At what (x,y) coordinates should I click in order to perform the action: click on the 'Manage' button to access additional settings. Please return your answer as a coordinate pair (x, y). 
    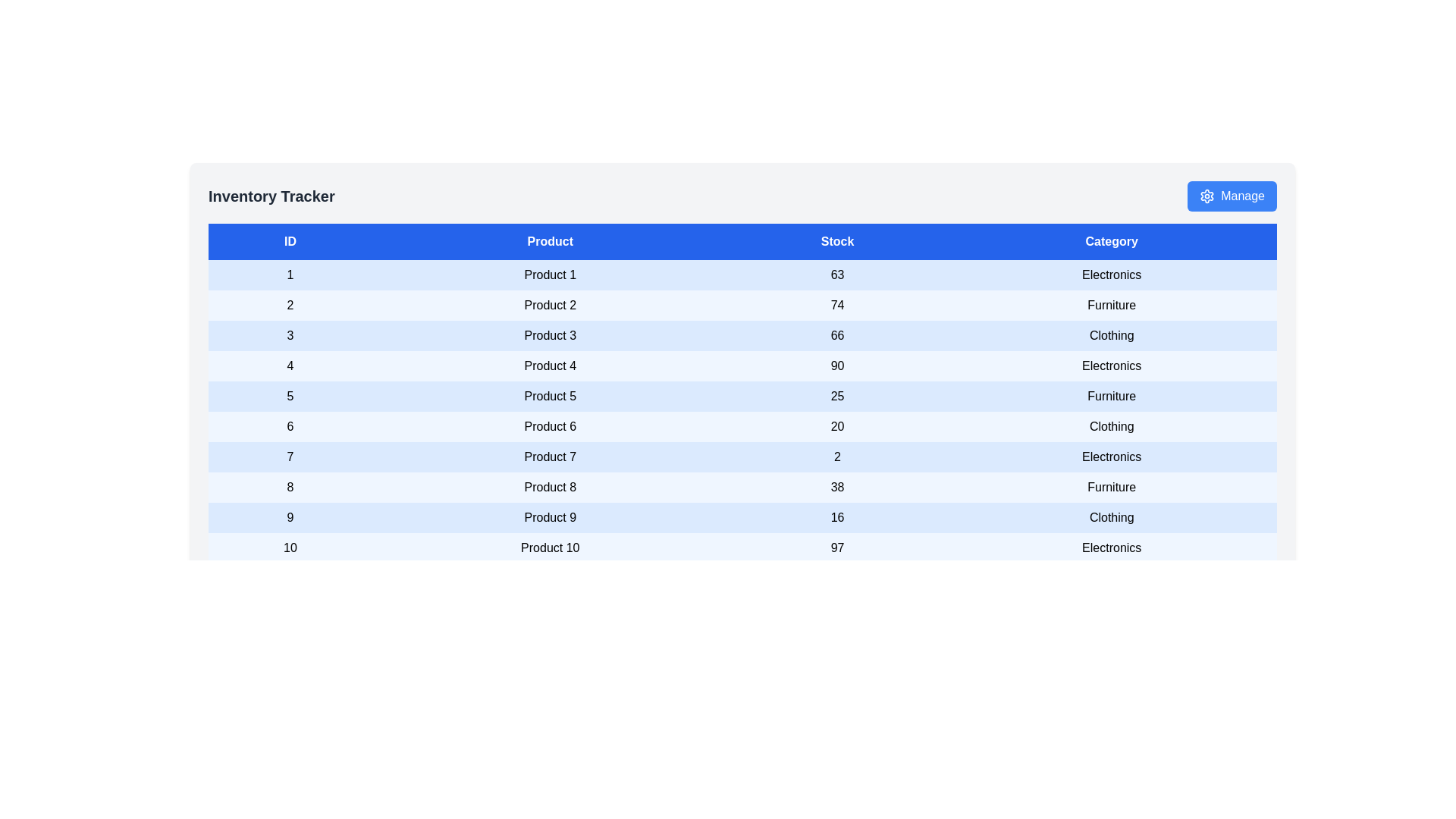
    Looking at the image, I should click on (1232, 195).